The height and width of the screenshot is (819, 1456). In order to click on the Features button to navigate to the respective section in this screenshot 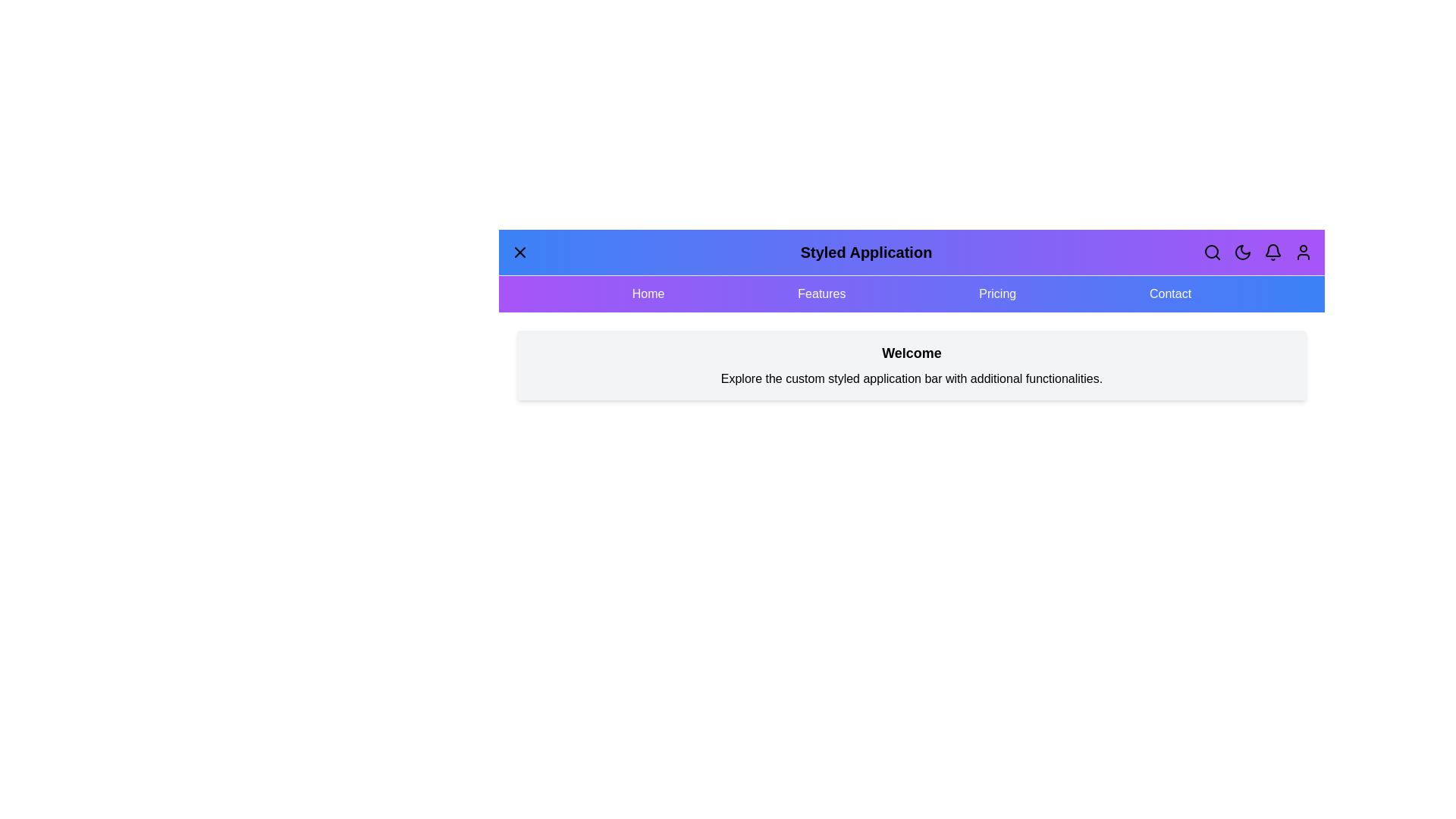, I will do `click(821, 294)`.